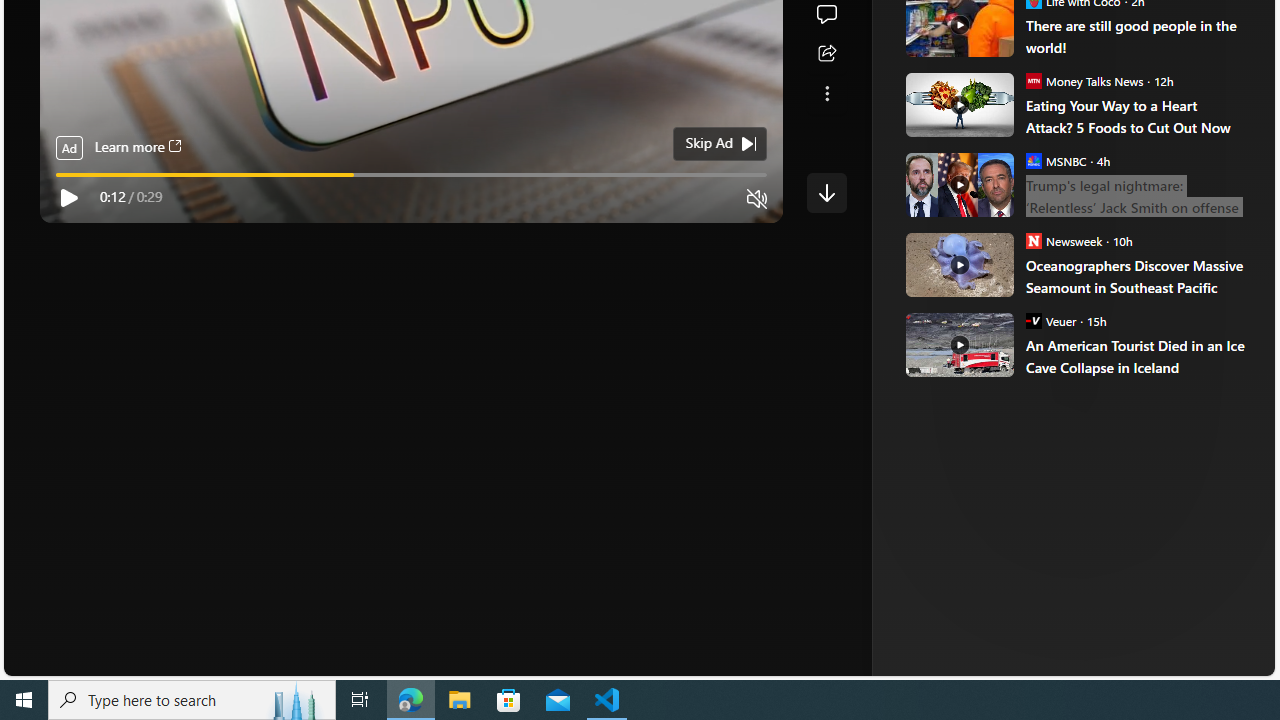  What do you see at coordinates (826, 53) in the screenshot?
I see `'Share this story'` at bounding box center [826, 53].